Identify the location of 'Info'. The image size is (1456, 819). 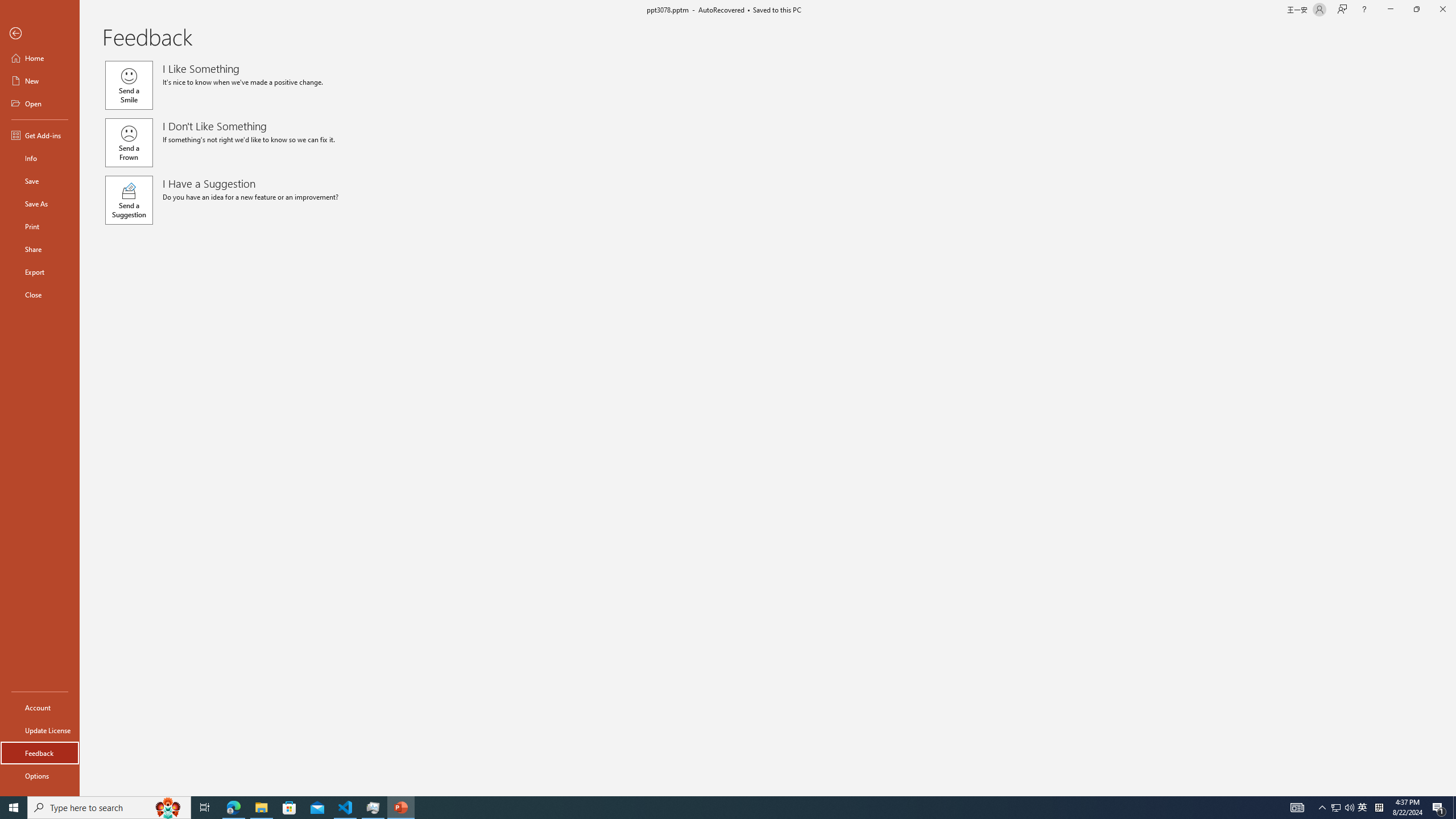
(39, 157).